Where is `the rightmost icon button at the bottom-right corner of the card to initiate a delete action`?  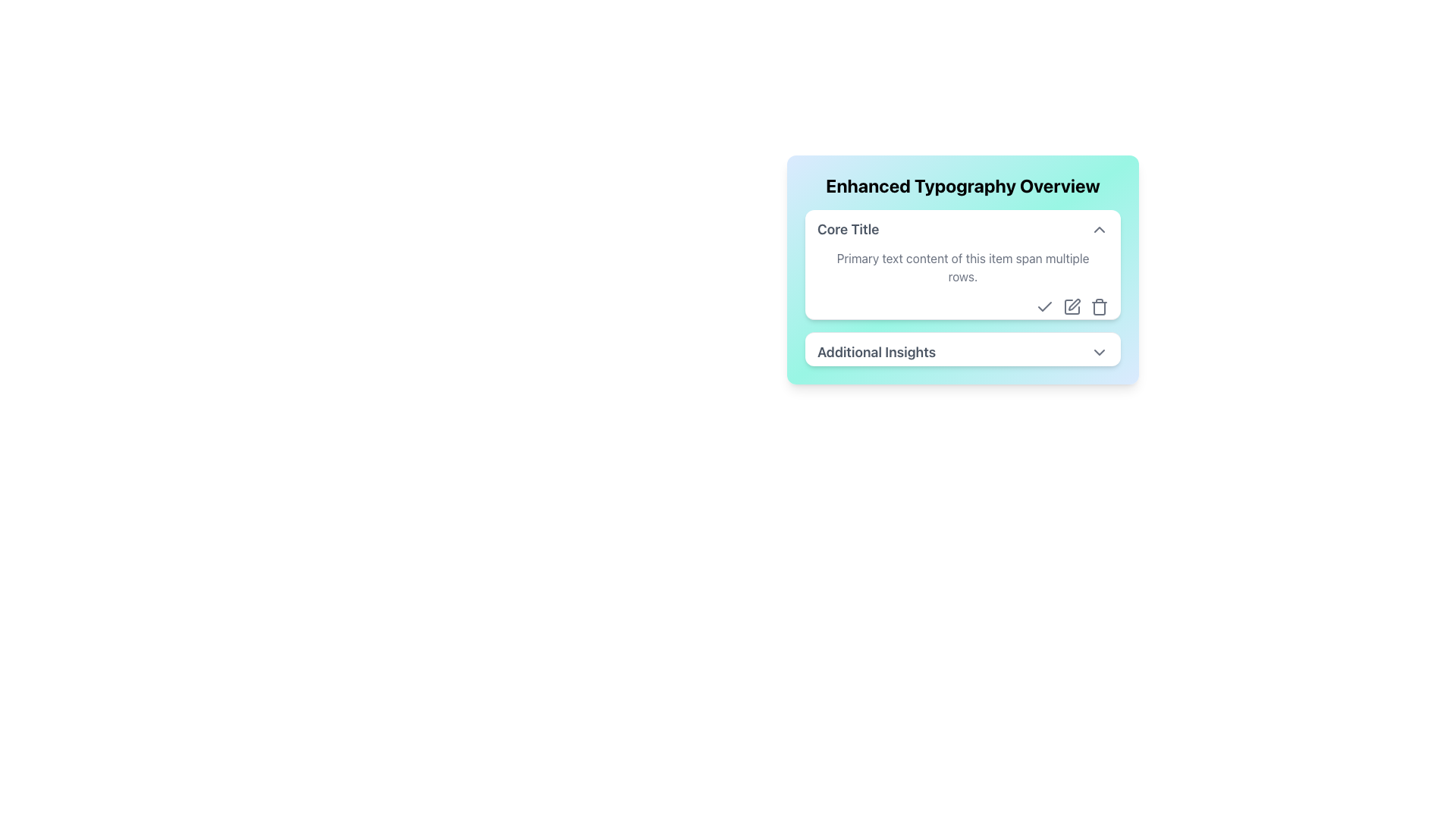 the rightmost icon button at the bottom-right corner of the card to initiate a delete action is located at coordinates (1099, 307).